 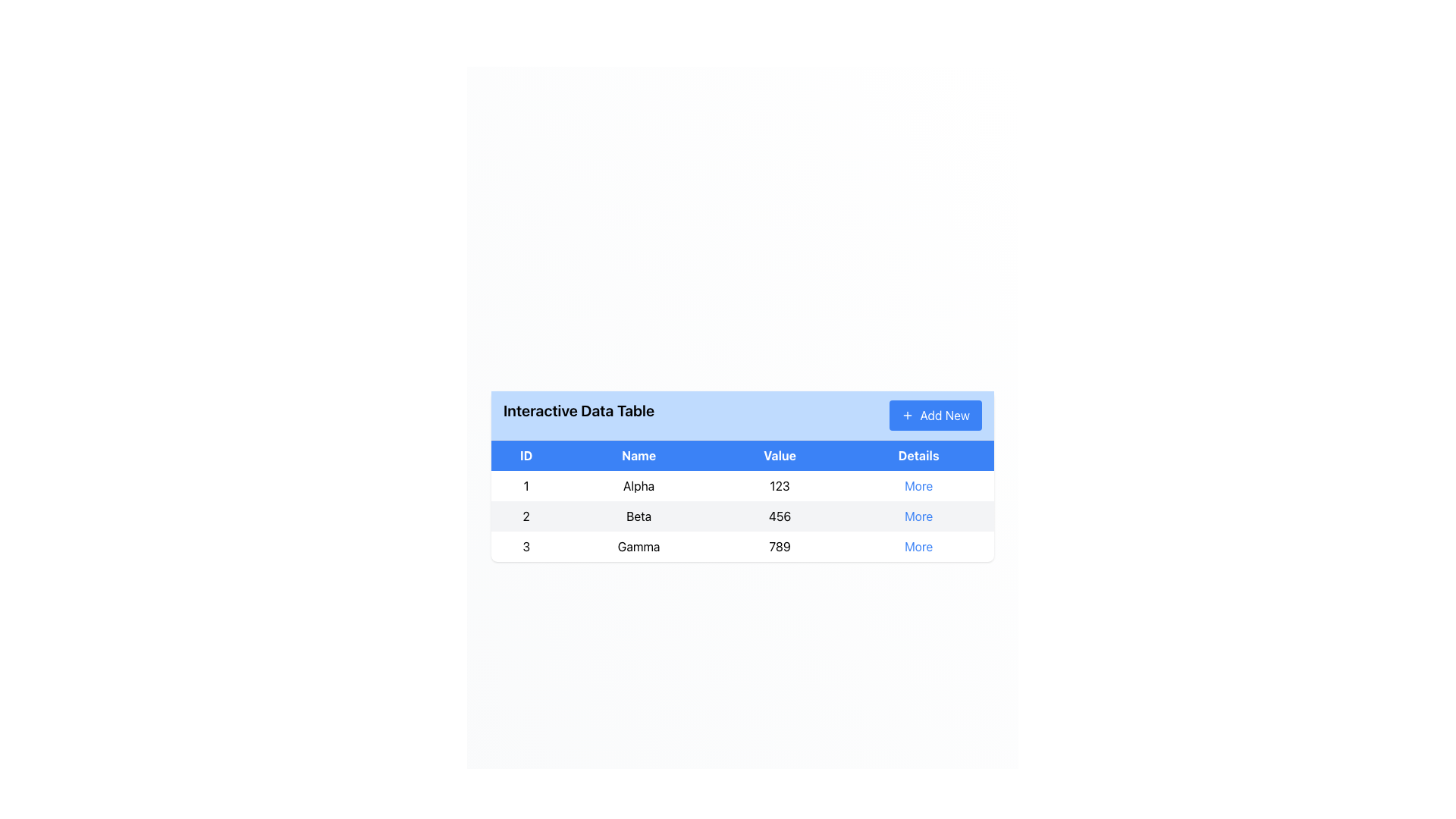 What do you see at coordinates (742, 515) in the screenshot?
I see `the second row of the interactive data table that contains columns for ID, Name, Value, and Details` at bounding box center [742, 515].